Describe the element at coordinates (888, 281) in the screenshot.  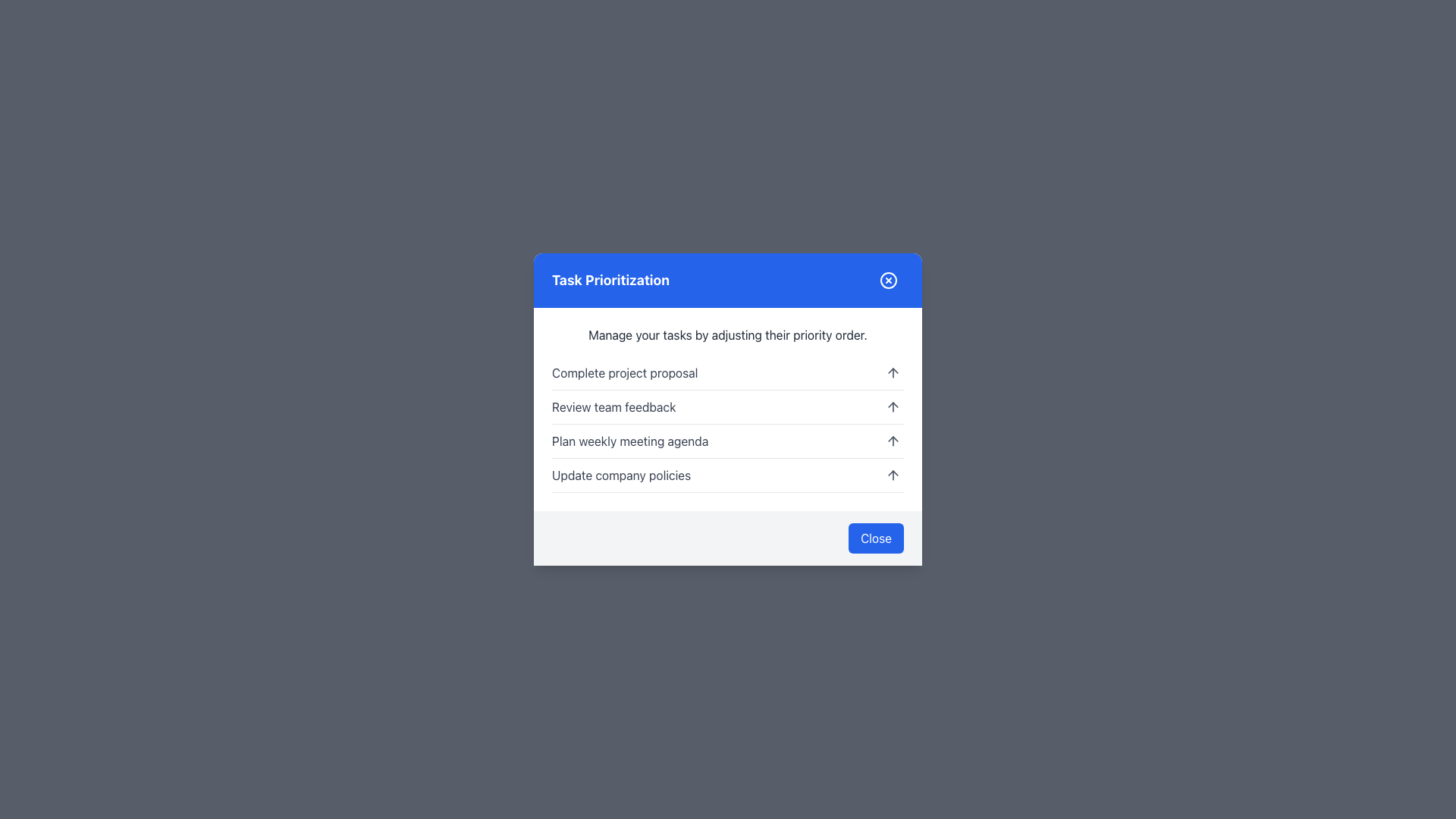
I see `the close button icon with an 'X'` at that location.